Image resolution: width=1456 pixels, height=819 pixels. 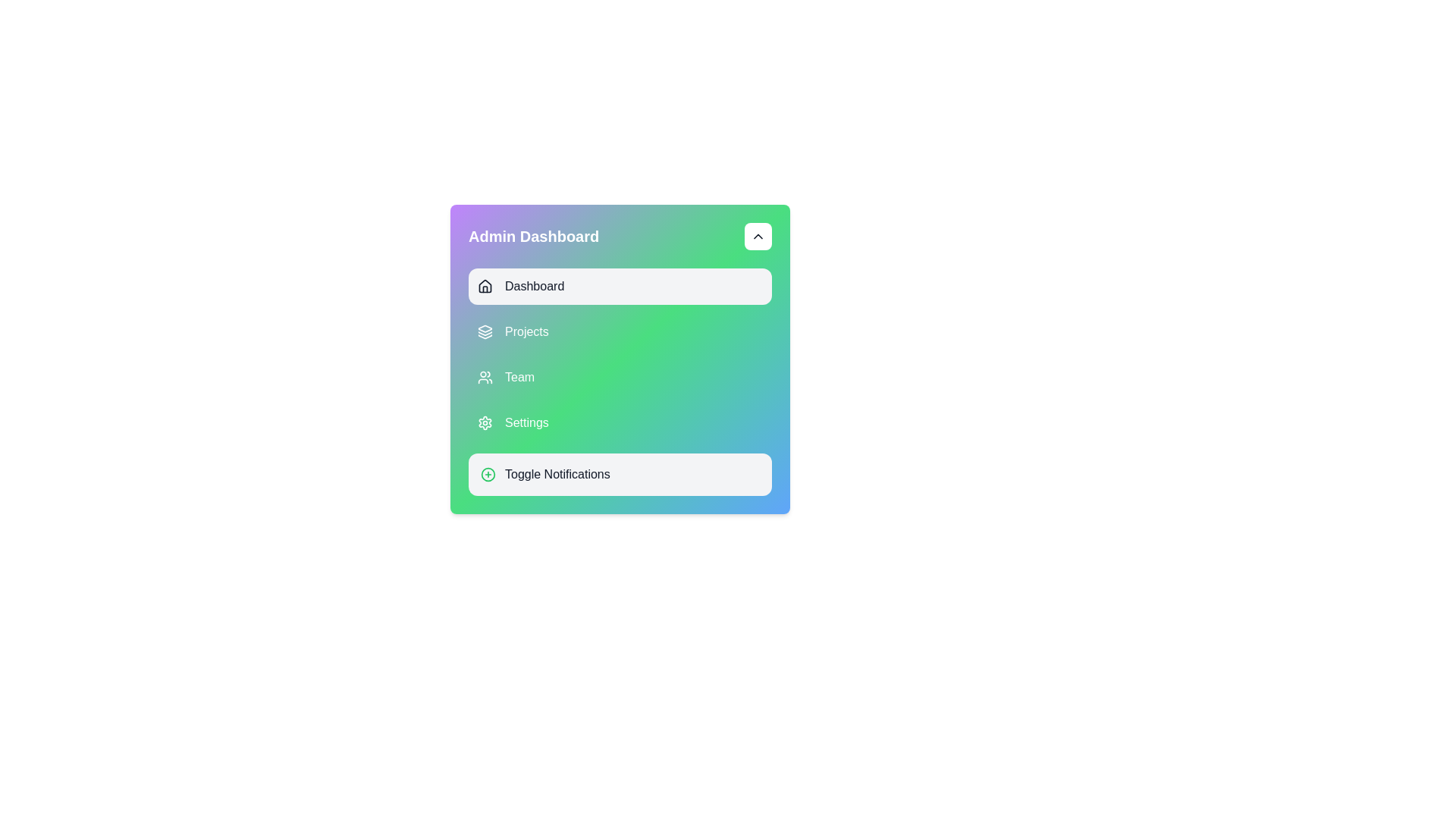 What do you see at coordinates (484, 328) in the screenshot?
I see `the layer or hierarchy icon, which is the topmost of three layered objects in a card-like layout` at bounding box center [484, 328].